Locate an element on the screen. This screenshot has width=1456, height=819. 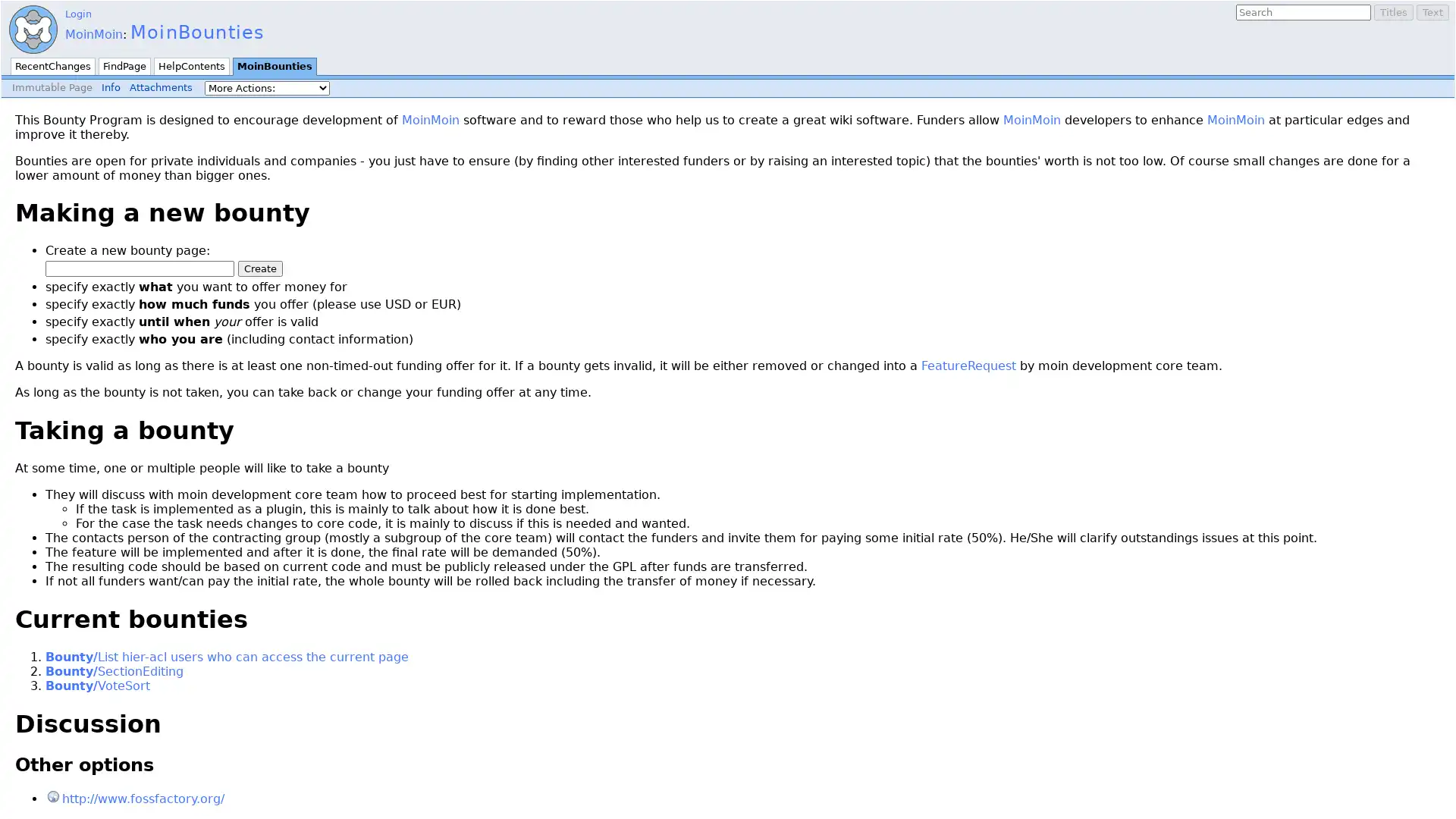
Text is located at coordinates (1432, 12).